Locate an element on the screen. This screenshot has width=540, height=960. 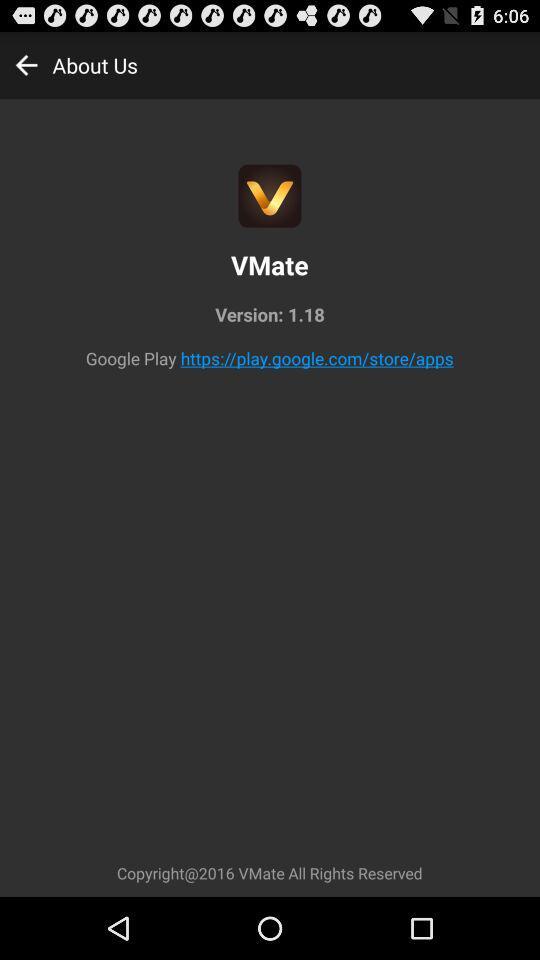
icon next to about us is located at coordinates (25, 64).